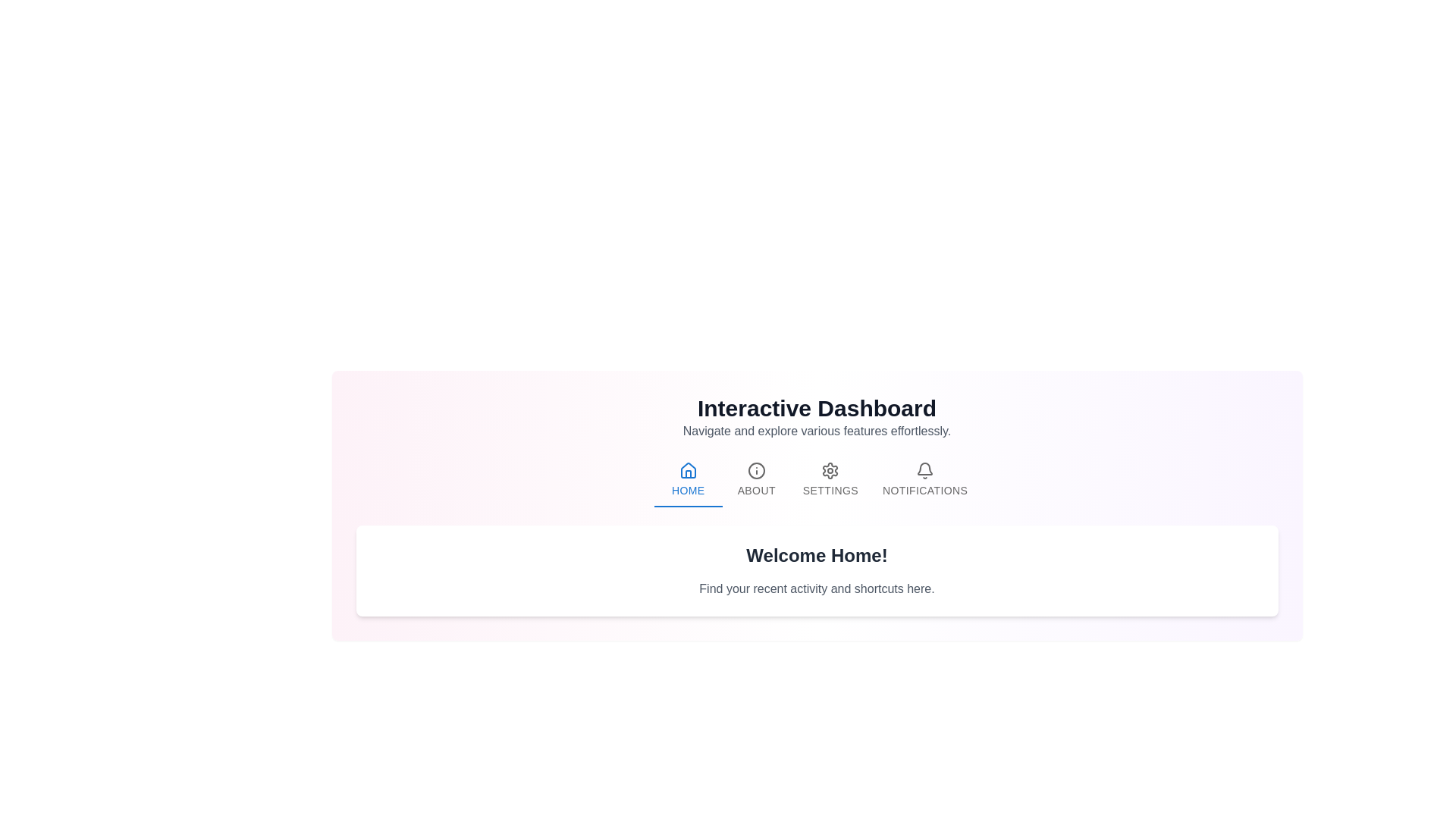 This screenshot has width=1456, height=819. What do you see at coordinates (816, 588) in the screenshot?
I see `the text element containing 'Find your recent activity and shortcuts here.' which is positioned directly beneath 'Welcome Home!' in the dashboard header` at bounding box center [816, 588].